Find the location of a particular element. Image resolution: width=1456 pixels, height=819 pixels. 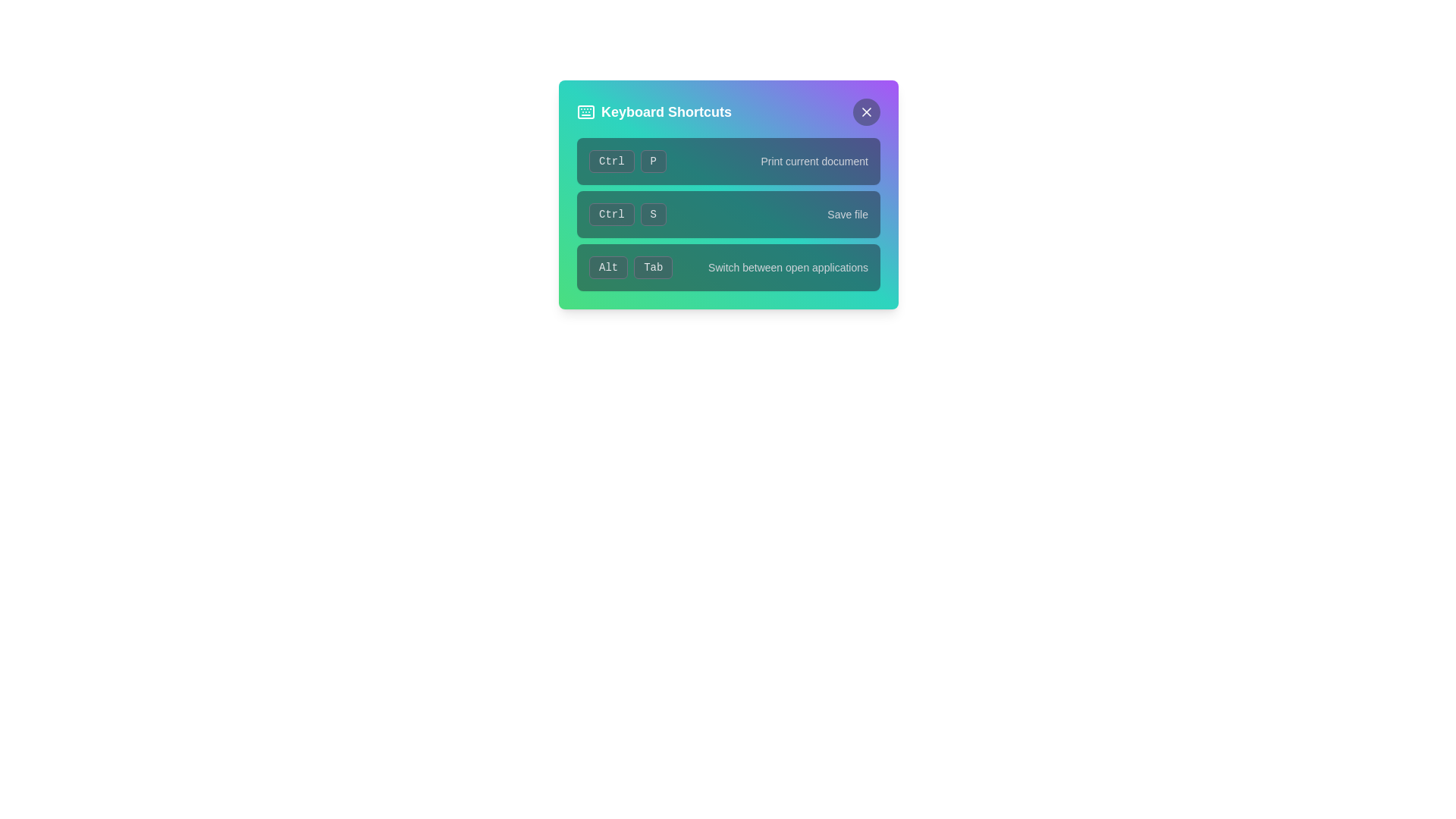

the keyboard shortcut key indicator button located in the first row of shortcut keys, adjacent to the 'Ctrl' button on its left is located at coordinates (653, 161).